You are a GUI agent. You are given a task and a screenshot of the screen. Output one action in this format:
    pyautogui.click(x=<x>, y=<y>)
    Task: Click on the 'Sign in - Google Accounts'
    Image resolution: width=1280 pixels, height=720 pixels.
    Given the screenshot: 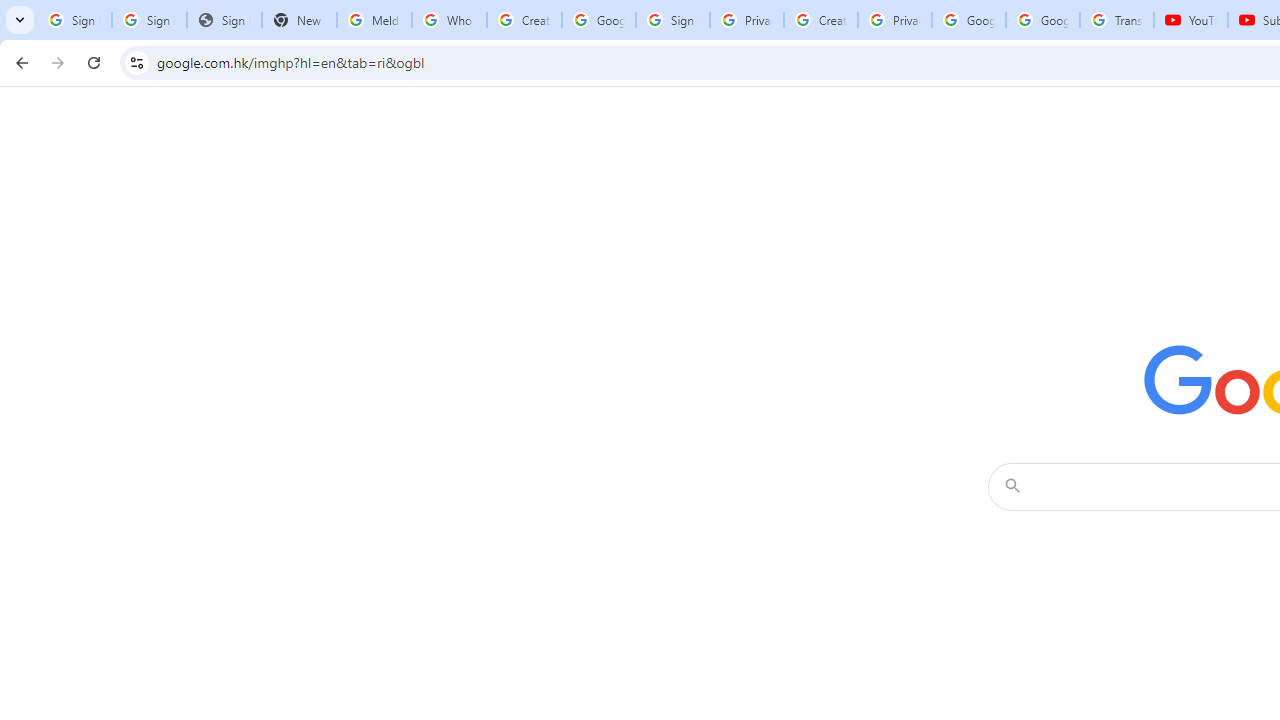 What is the action you would take?
    pyautogui.click(x=673, y=20)
    